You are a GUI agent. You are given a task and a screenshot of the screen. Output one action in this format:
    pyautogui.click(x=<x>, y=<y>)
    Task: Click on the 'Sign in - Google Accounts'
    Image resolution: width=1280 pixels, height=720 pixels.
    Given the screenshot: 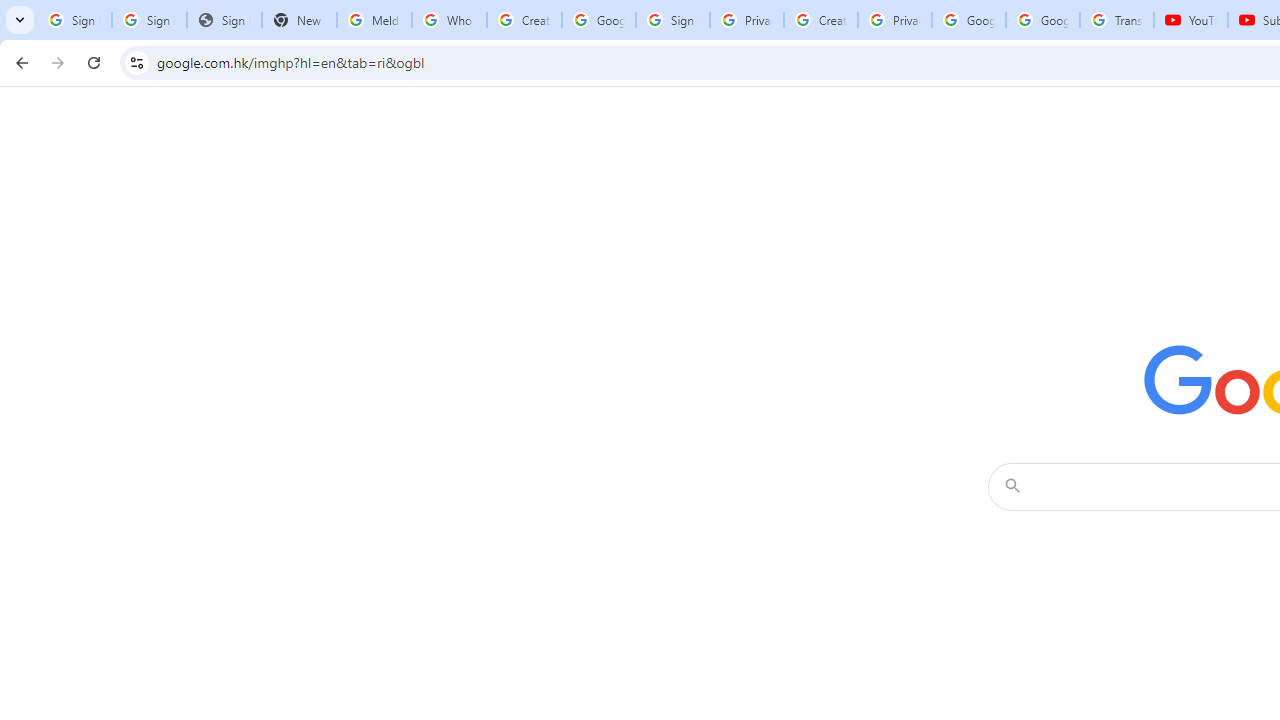 What is the action you would take?
    pyautogui.click(x=673, y=20)
    